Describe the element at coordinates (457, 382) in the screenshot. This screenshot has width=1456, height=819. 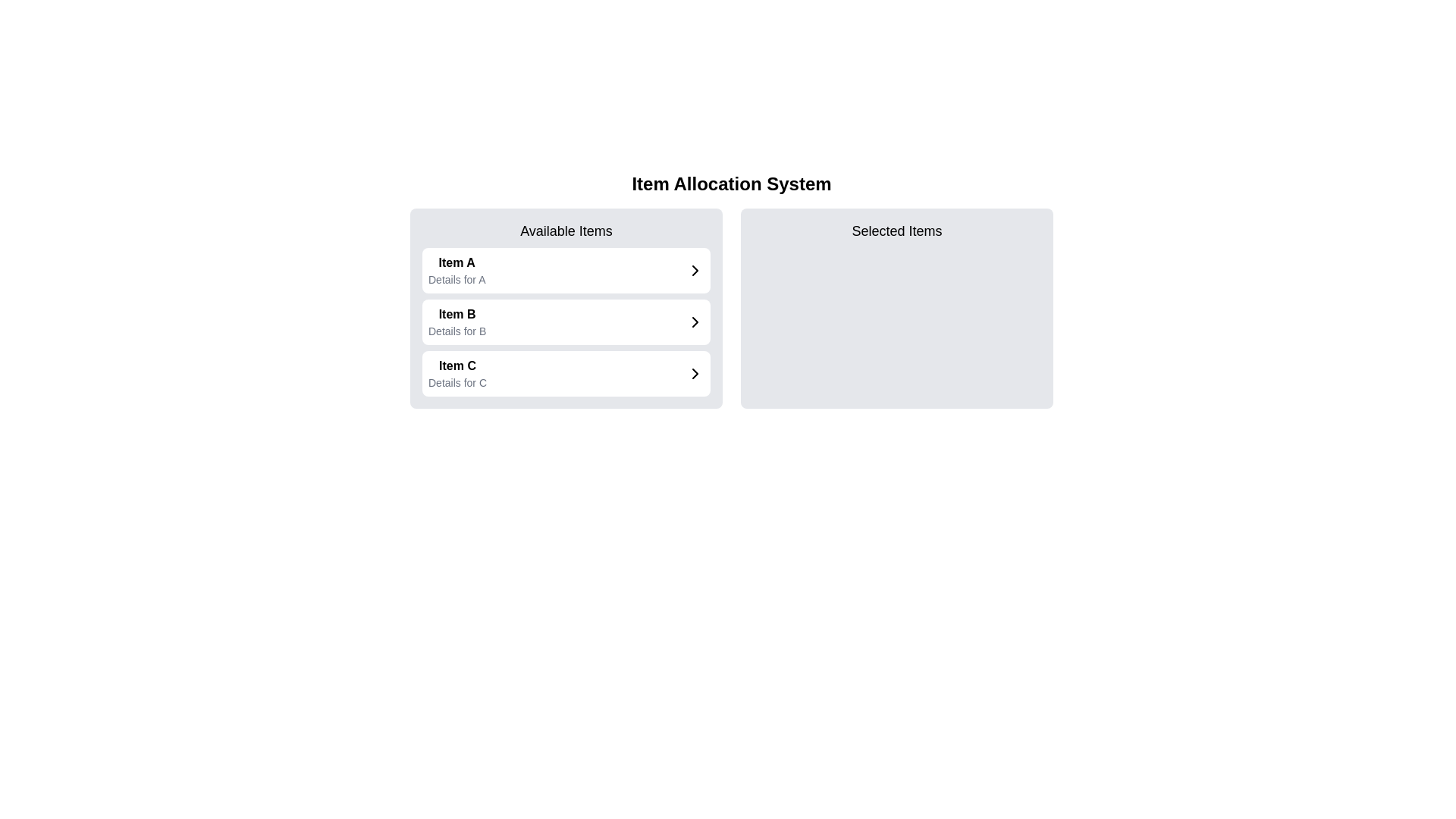
I see `descriptive text label located below 'Item C' in the 'Available Items' section` at that location.